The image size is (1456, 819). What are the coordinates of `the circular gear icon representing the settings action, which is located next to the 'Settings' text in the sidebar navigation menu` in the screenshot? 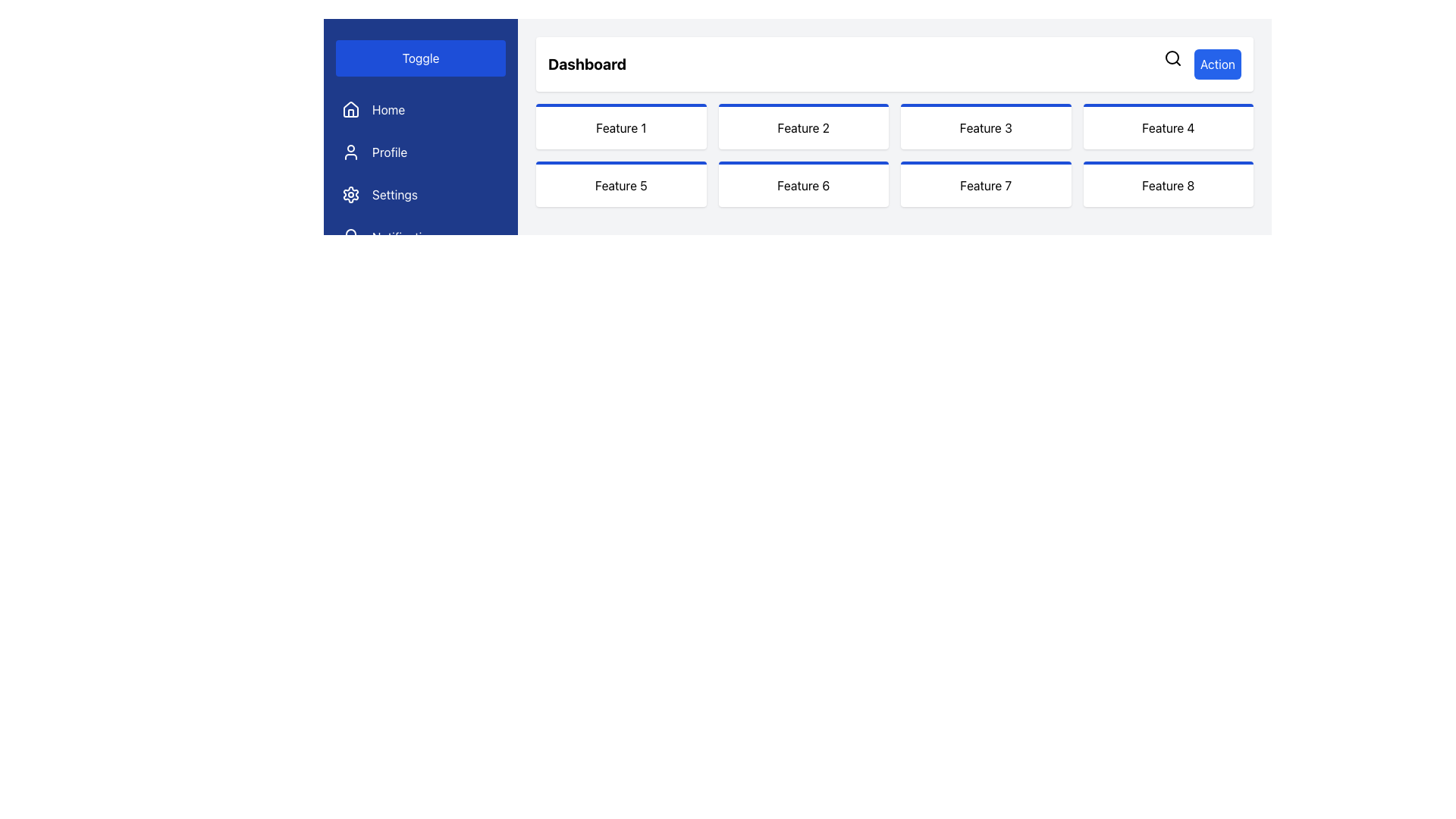 It's located at (350, 194).